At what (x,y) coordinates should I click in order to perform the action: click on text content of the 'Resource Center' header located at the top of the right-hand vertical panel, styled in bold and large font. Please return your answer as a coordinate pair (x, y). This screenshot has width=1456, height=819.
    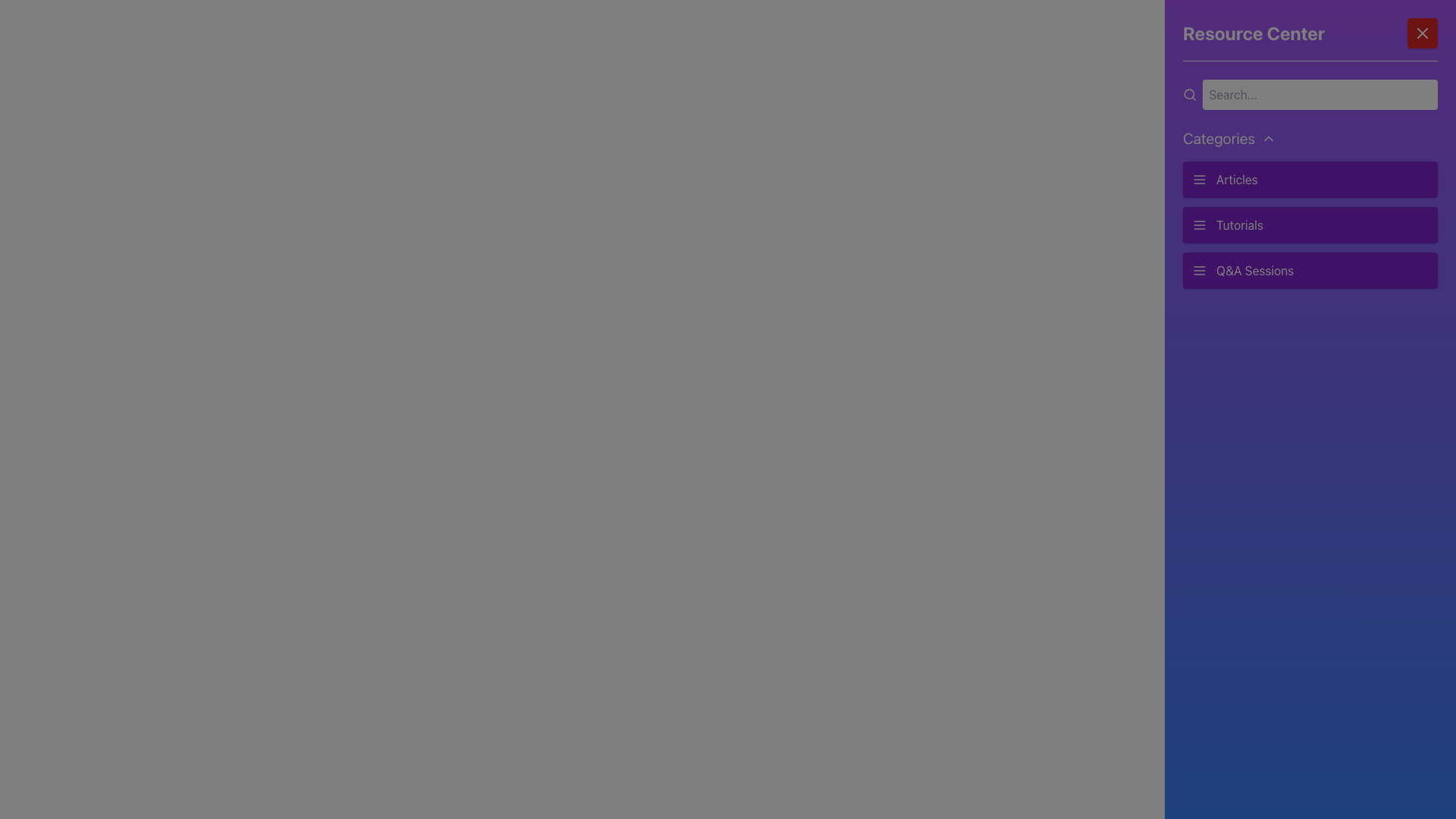
    Looking at the image, I should click on (1310, 38).